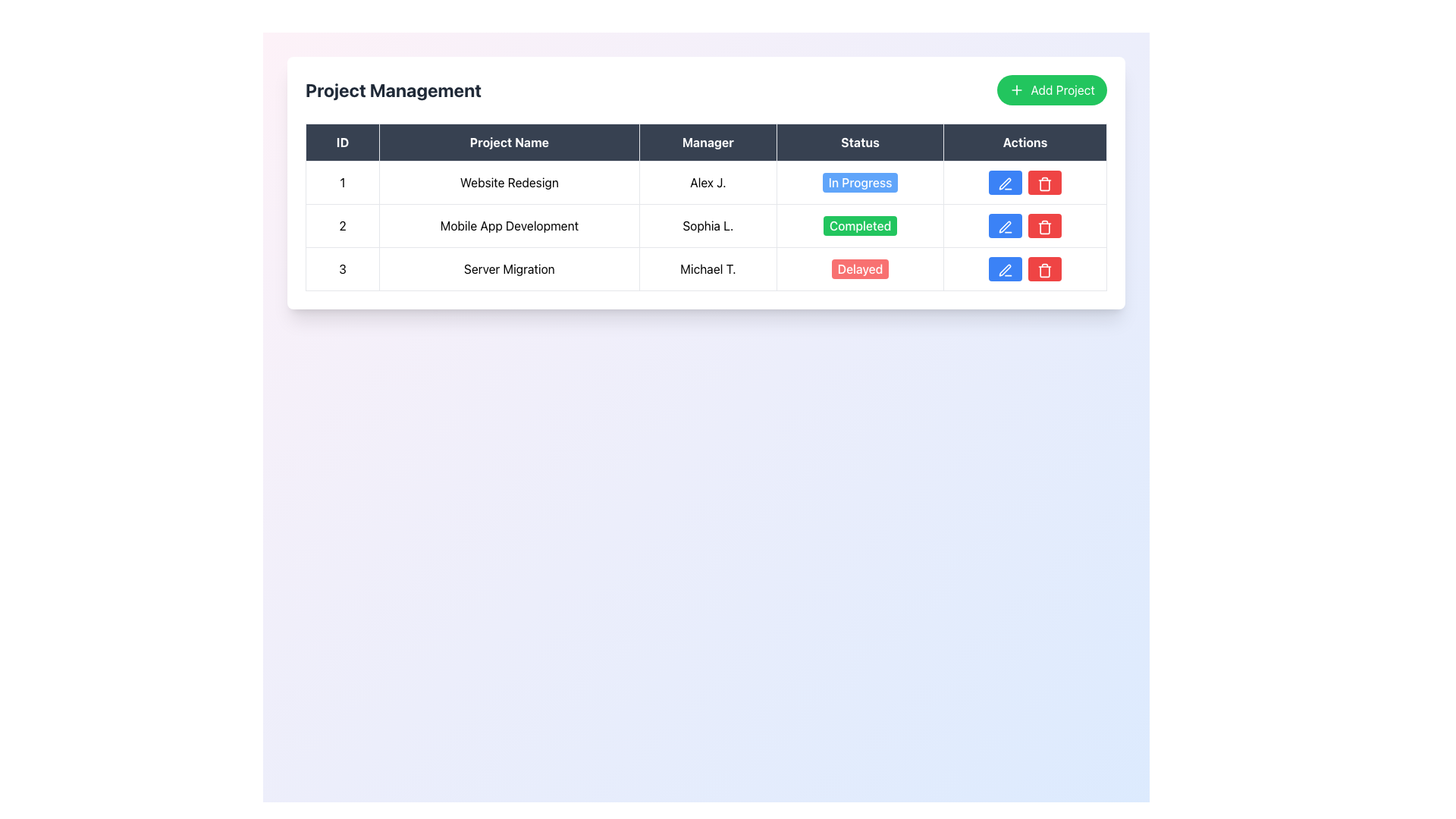 This screenshot has height=819, width=1456. I want to click on the red button labeled 'Delayed' with white text, located in the 'Status' column of the third row in the table for the 'Server Migration' project managed by 'Michael T.', so click(860, 268).